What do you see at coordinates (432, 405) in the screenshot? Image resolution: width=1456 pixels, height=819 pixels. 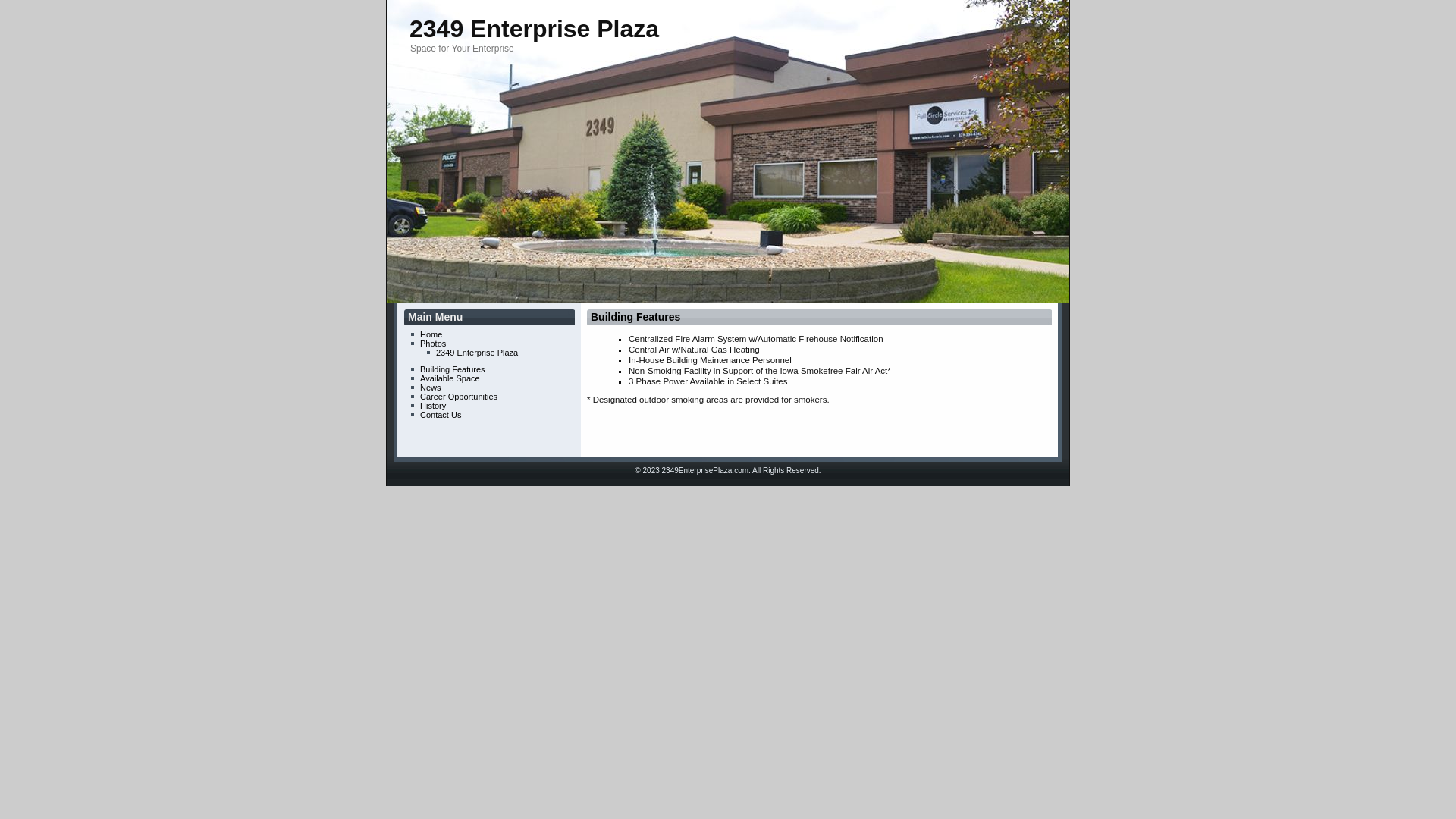 I see `'History'` at bounding box center [432, 405].